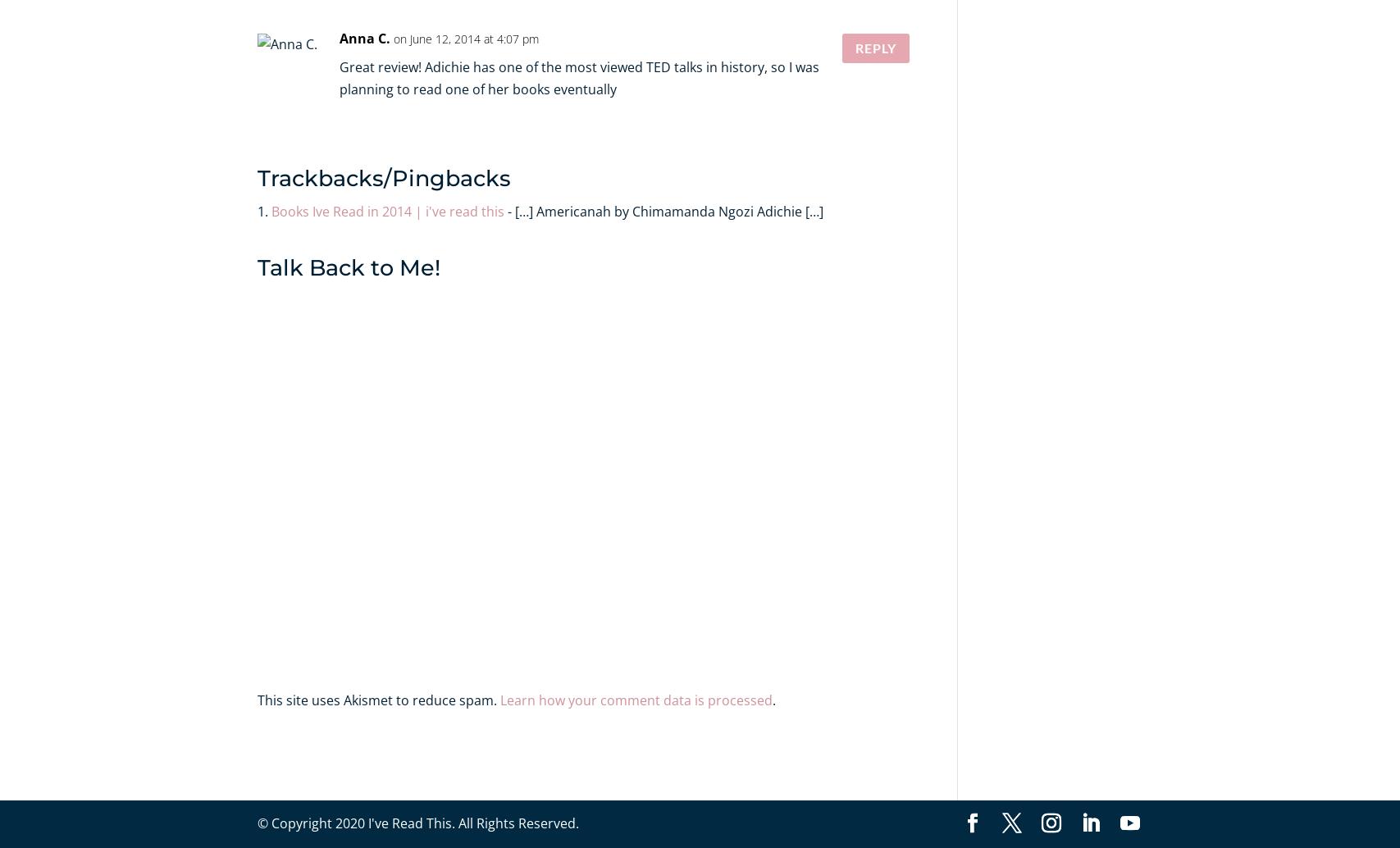 Image resolution: width=1400 pixels, height=848 pixels. I want to click on 'This site uses Akismet to reduce spam.', so click(378, 699).